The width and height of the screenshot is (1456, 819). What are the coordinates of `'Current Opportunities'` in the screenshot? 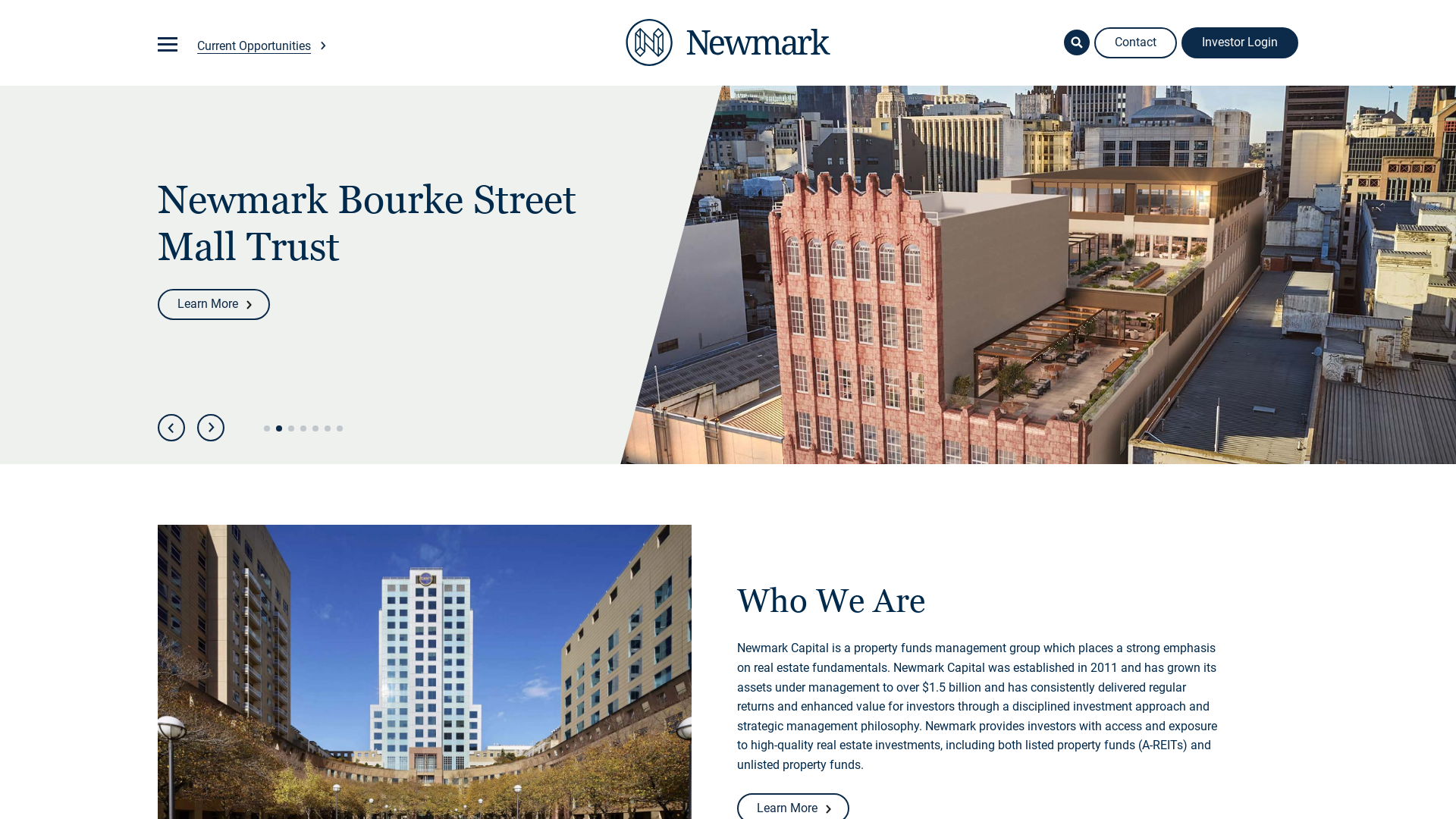 It's located at (262, 45).